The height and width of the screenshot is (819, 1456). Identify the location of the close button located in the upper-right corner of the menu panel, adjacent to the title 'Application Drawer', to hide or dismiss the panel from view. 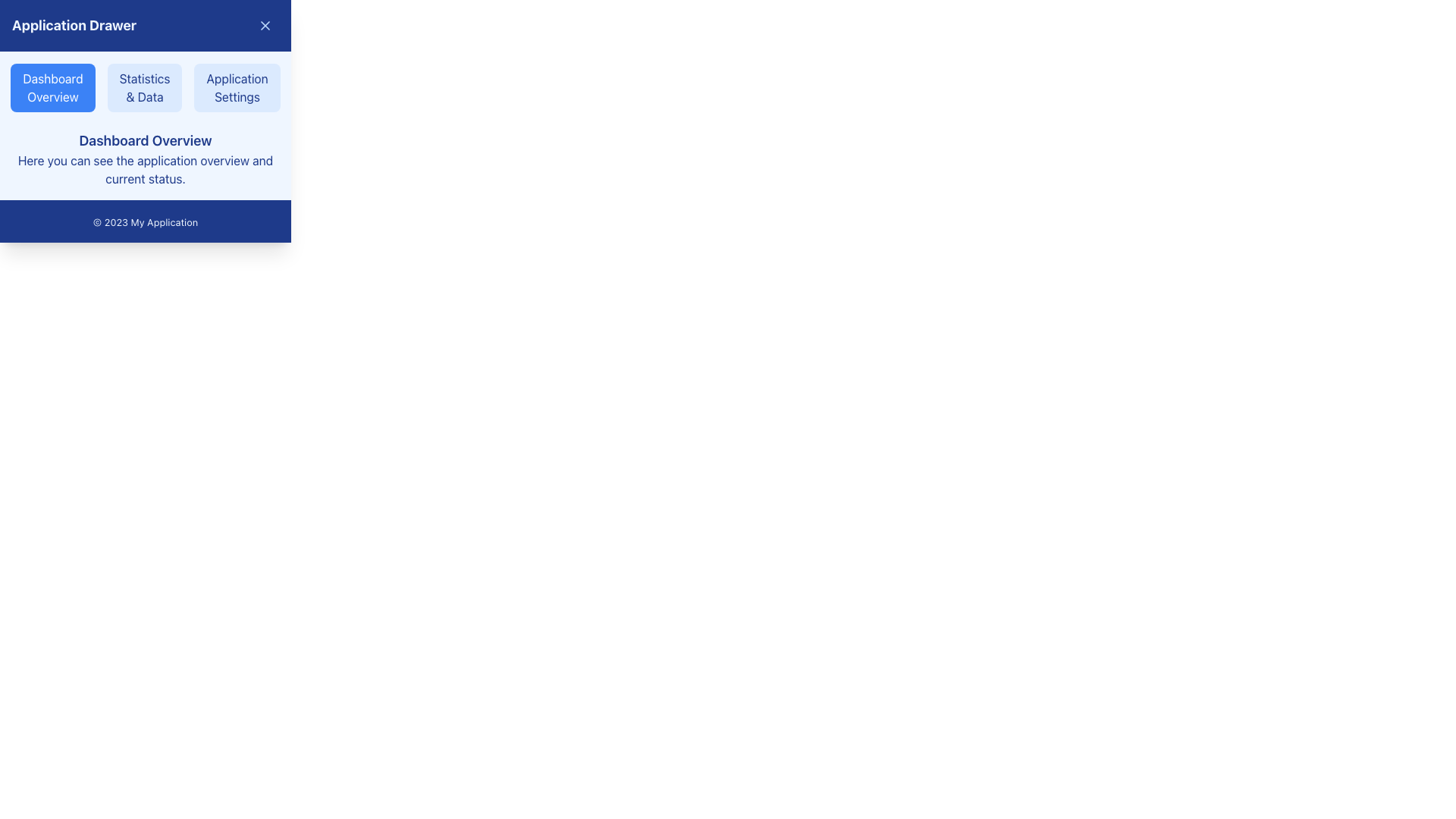
(265, 26).